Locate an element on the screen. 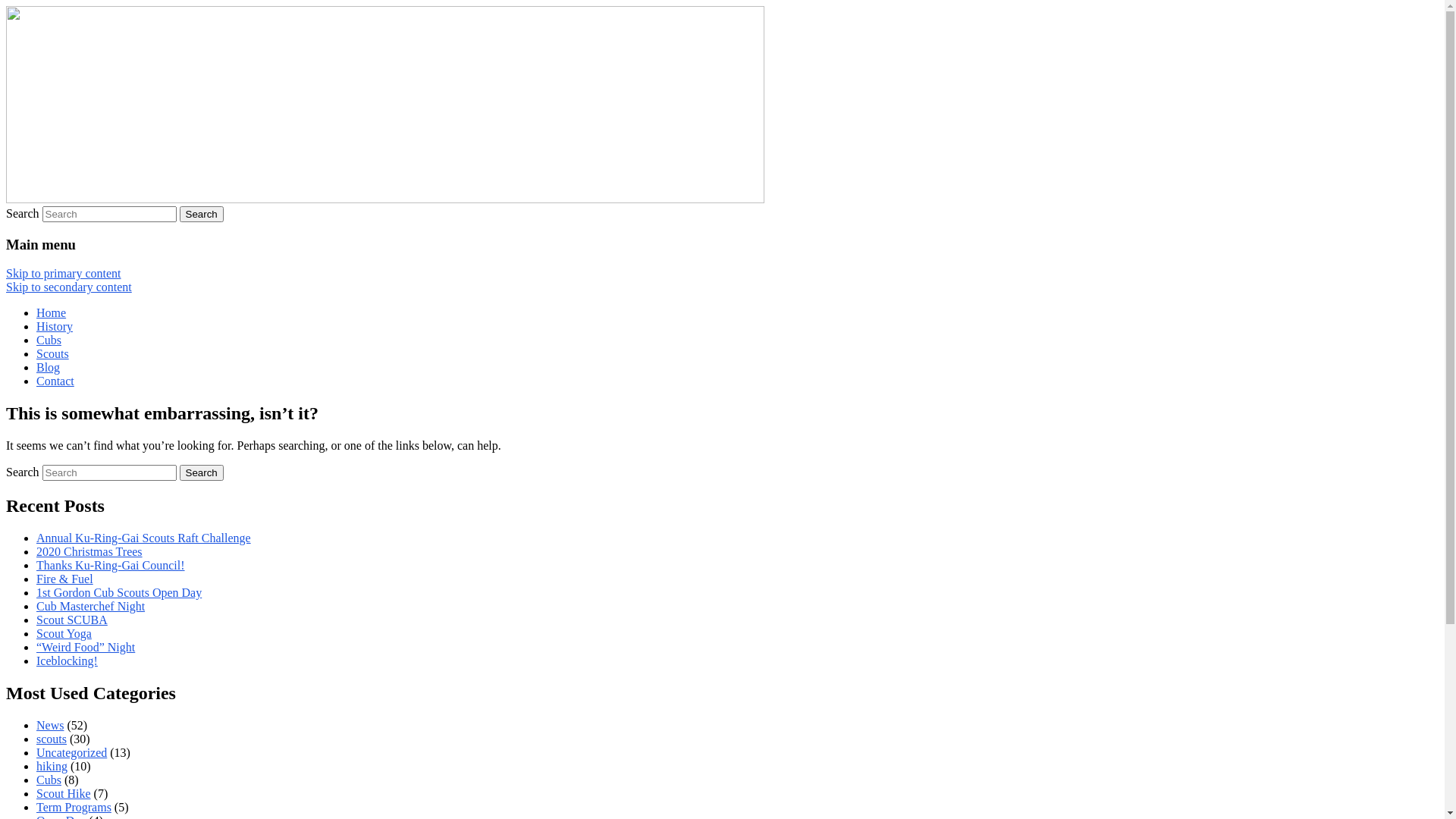  'Iceblocking!' is located at coordinates (66, 660).